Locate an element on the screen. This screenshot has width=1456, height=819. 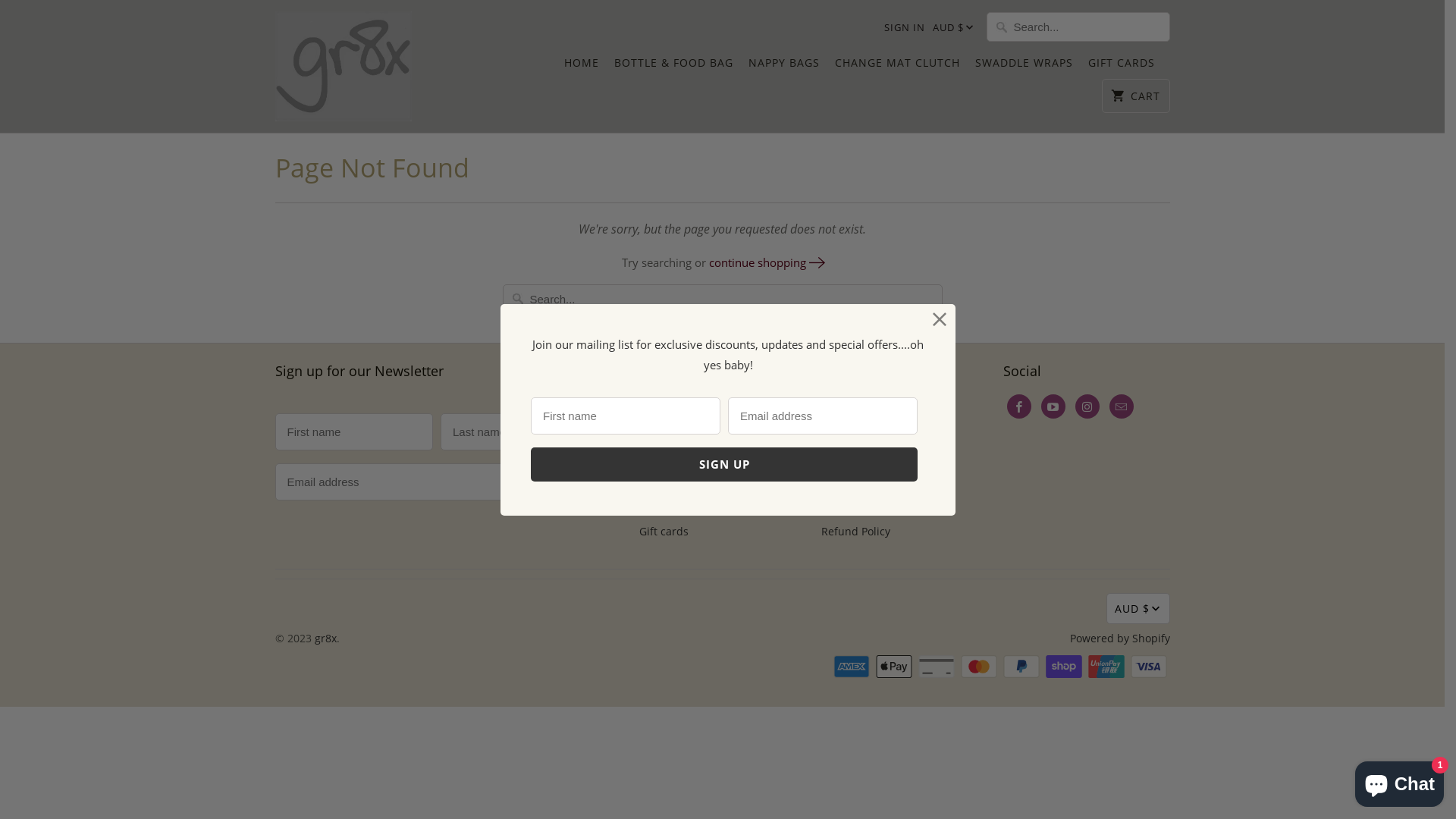
'Gift cards' is located at coordinates (663, 530).